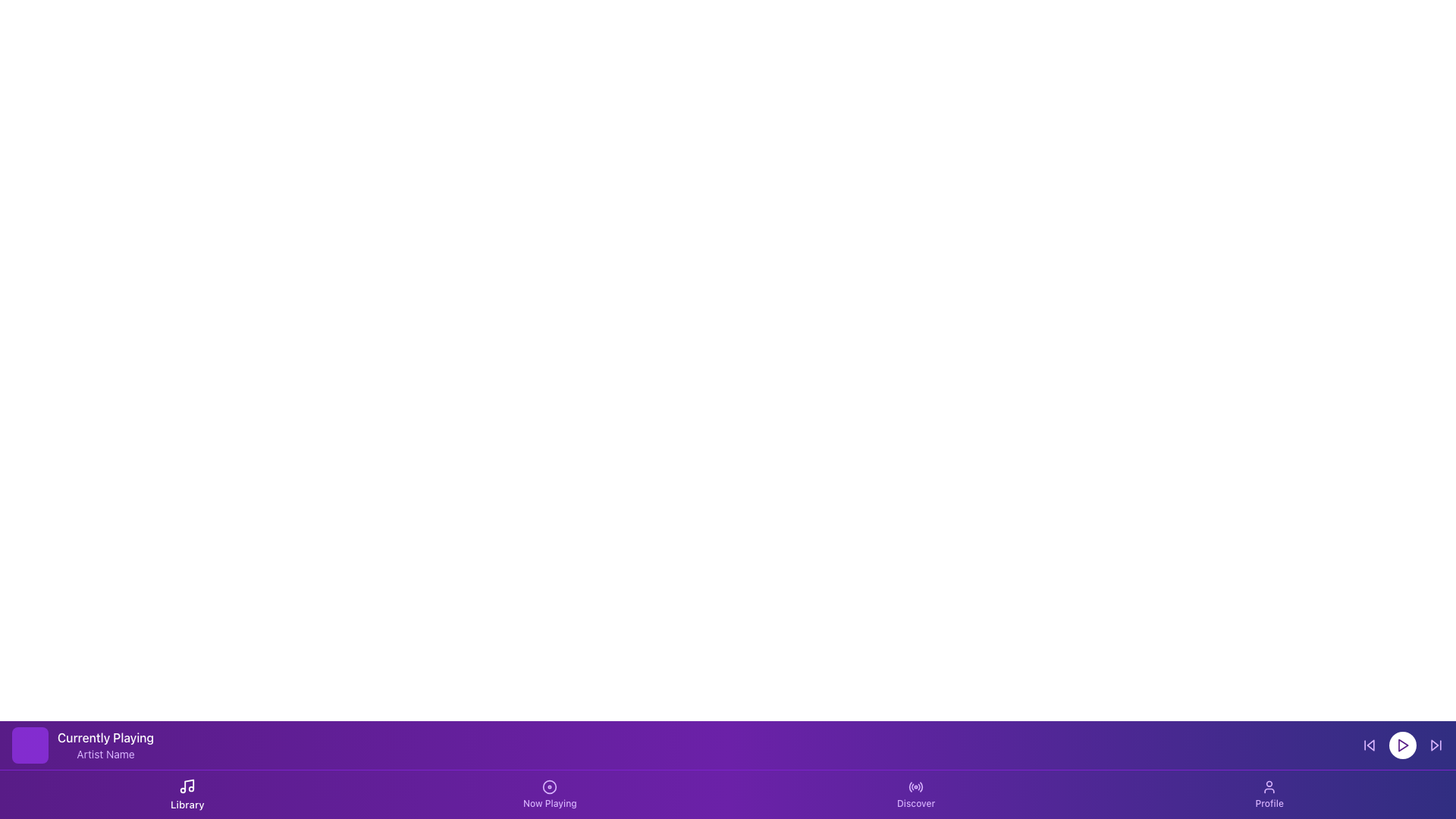 The image size is (1456, 819). Describe the element at coordinates (105, 736) in the screenshot. I see `the status indicator label located near the bottom-left corner of the interface, above the text 'Artist Name'` at that location.